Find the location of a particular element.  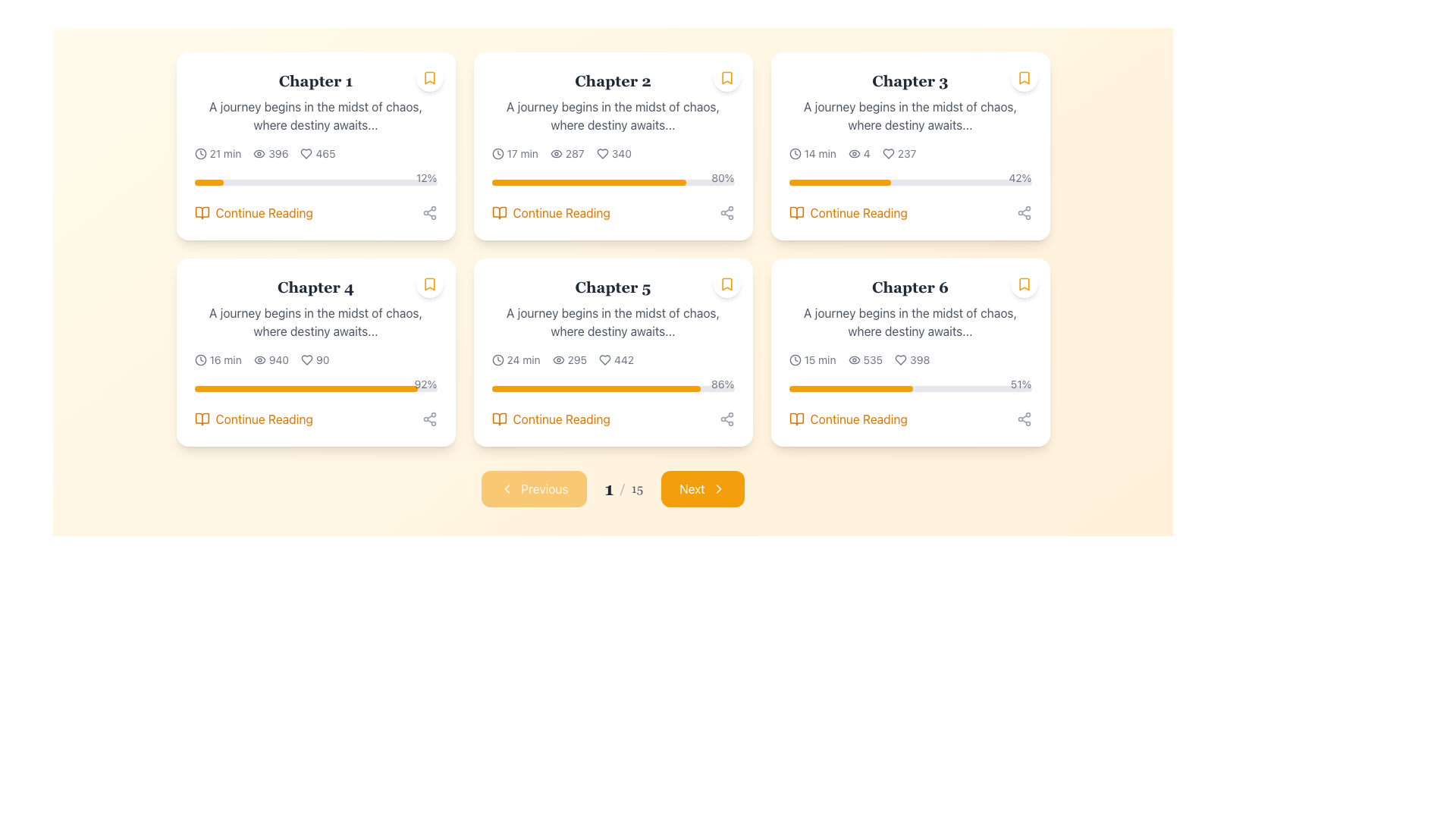

the numeric text '15' styled in gray font, which is part of the pagination display located at the bottom center of the webpage is located at coordinates (637, 488).